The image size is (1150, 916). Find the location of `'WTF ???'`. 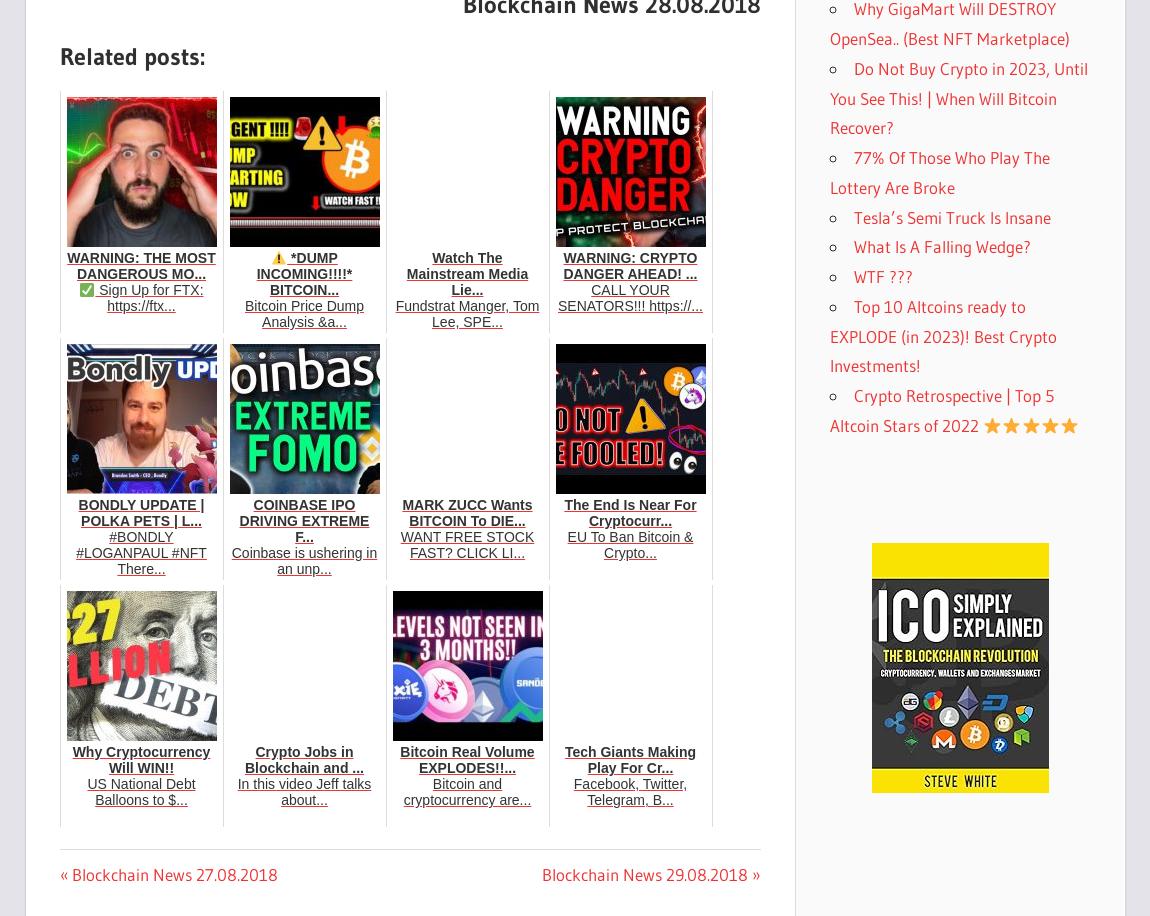

'WTF ???' is located at coordinates (851, 276).